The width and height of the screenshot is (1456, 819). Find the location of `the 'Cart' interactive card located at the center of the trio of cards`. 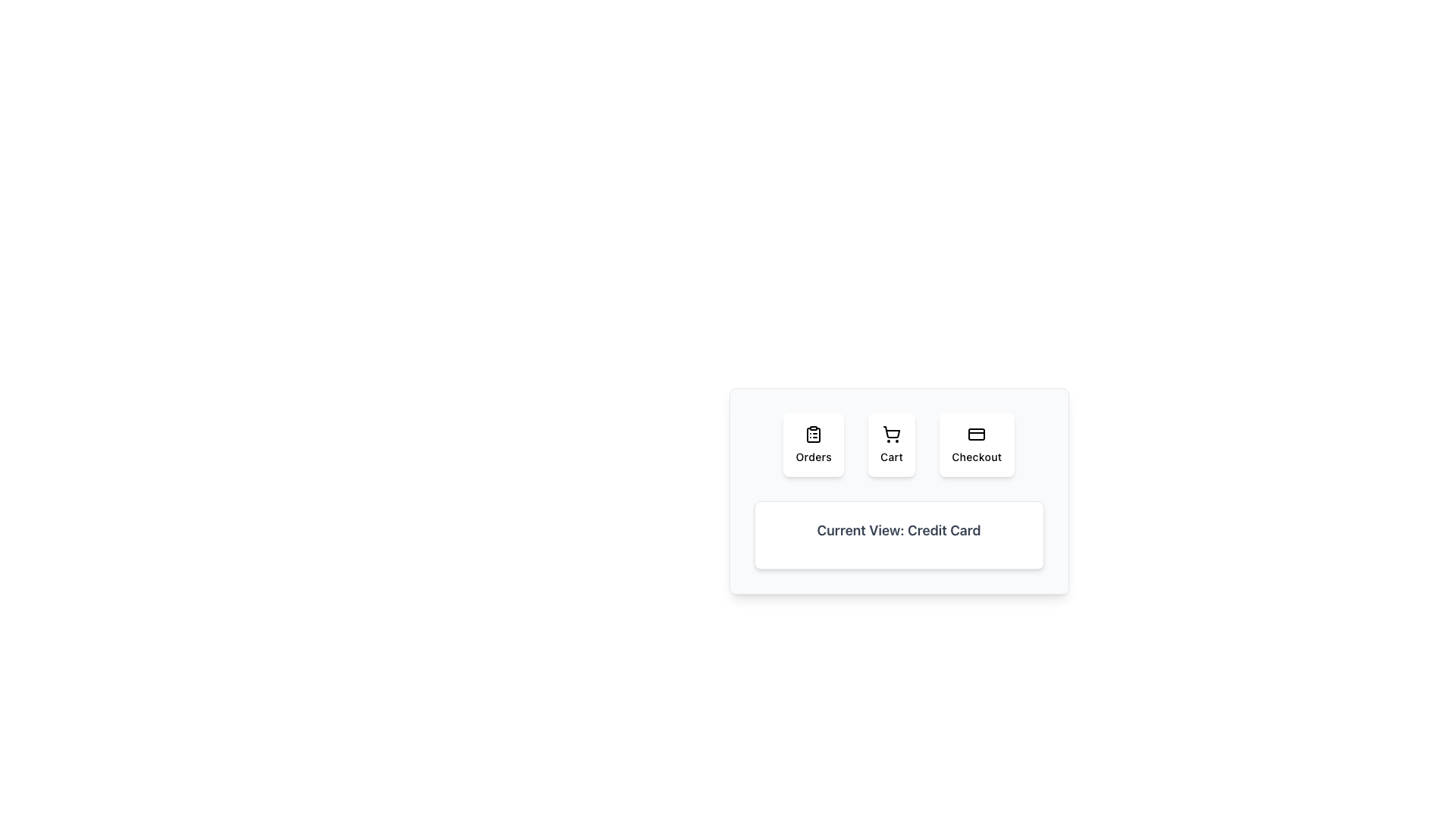

the 'Cart' interactive card located at the center of the trio of cards is located at coordinates (899, 444).